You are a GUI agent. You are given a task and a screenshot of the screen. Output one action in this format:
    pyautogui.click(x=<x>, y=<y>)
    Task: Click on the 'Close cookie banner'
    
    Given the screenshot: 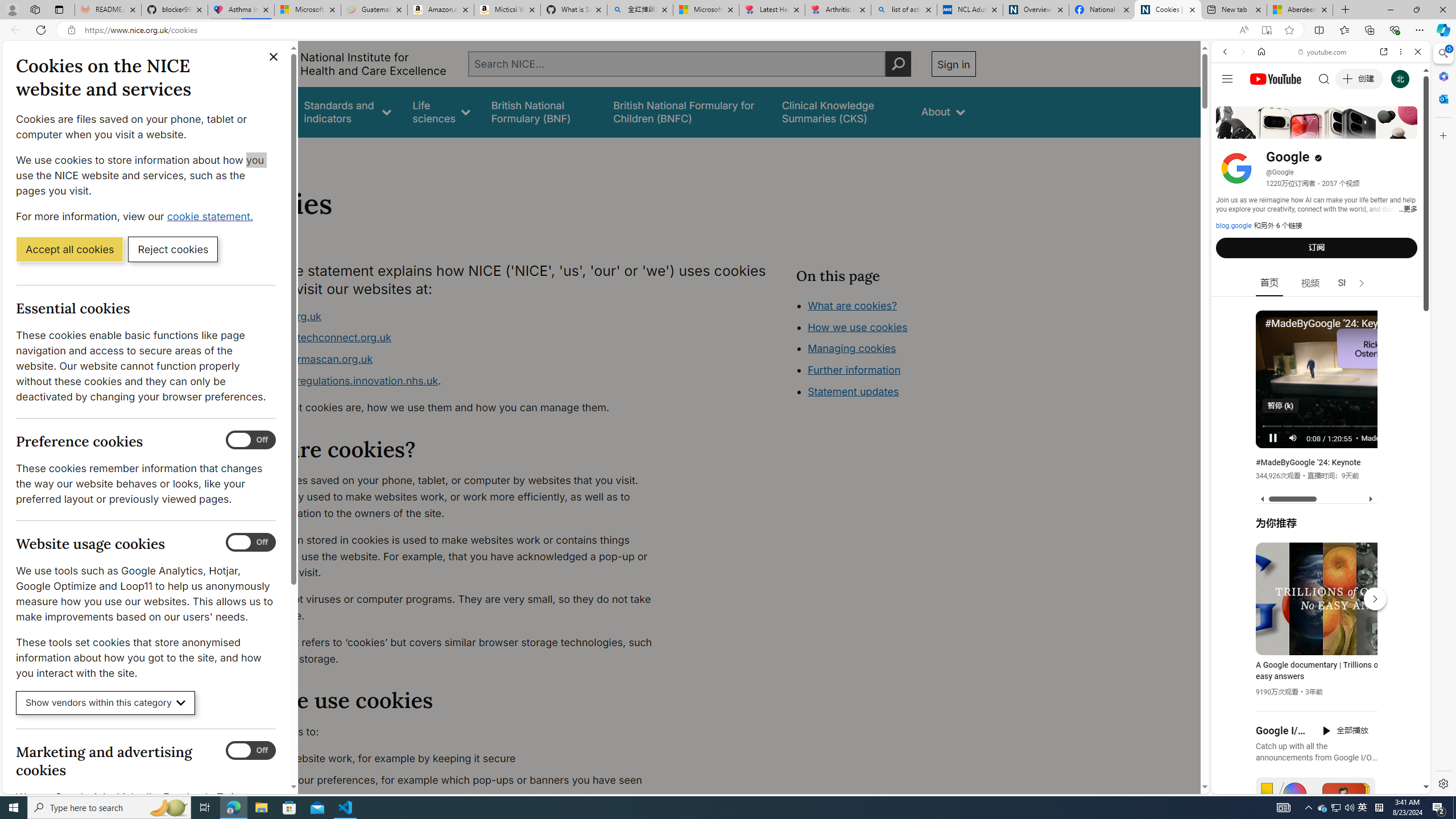 What is the action you would take?
    pyautogui.click(x=274, y=56)
    